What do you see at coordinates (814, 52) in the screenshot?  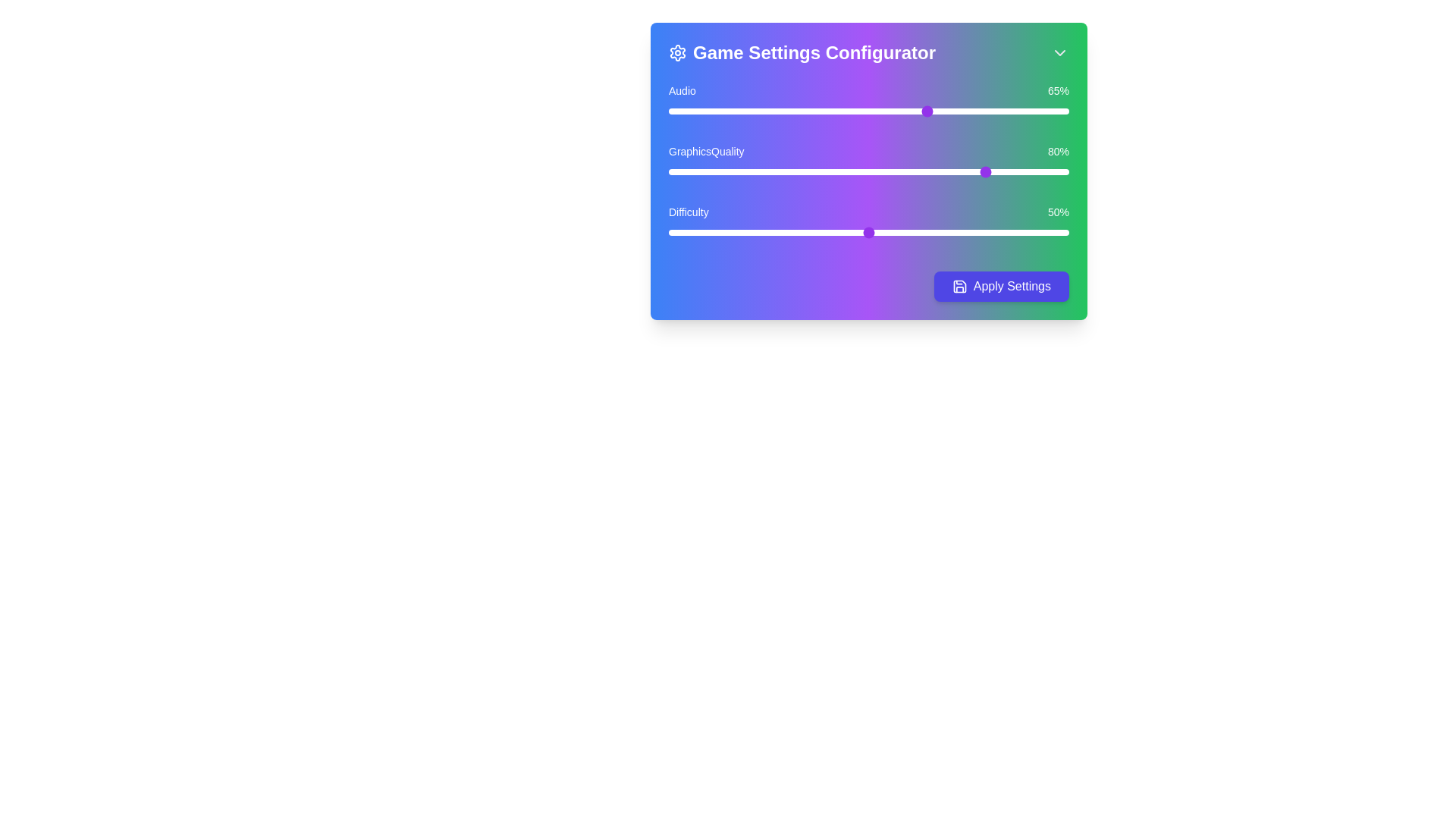 I see `static label text that serves as the title for the Game Settings Configurator interface, located above the sliders and 'Apply Settings' button` at bounding box center [814, 52].